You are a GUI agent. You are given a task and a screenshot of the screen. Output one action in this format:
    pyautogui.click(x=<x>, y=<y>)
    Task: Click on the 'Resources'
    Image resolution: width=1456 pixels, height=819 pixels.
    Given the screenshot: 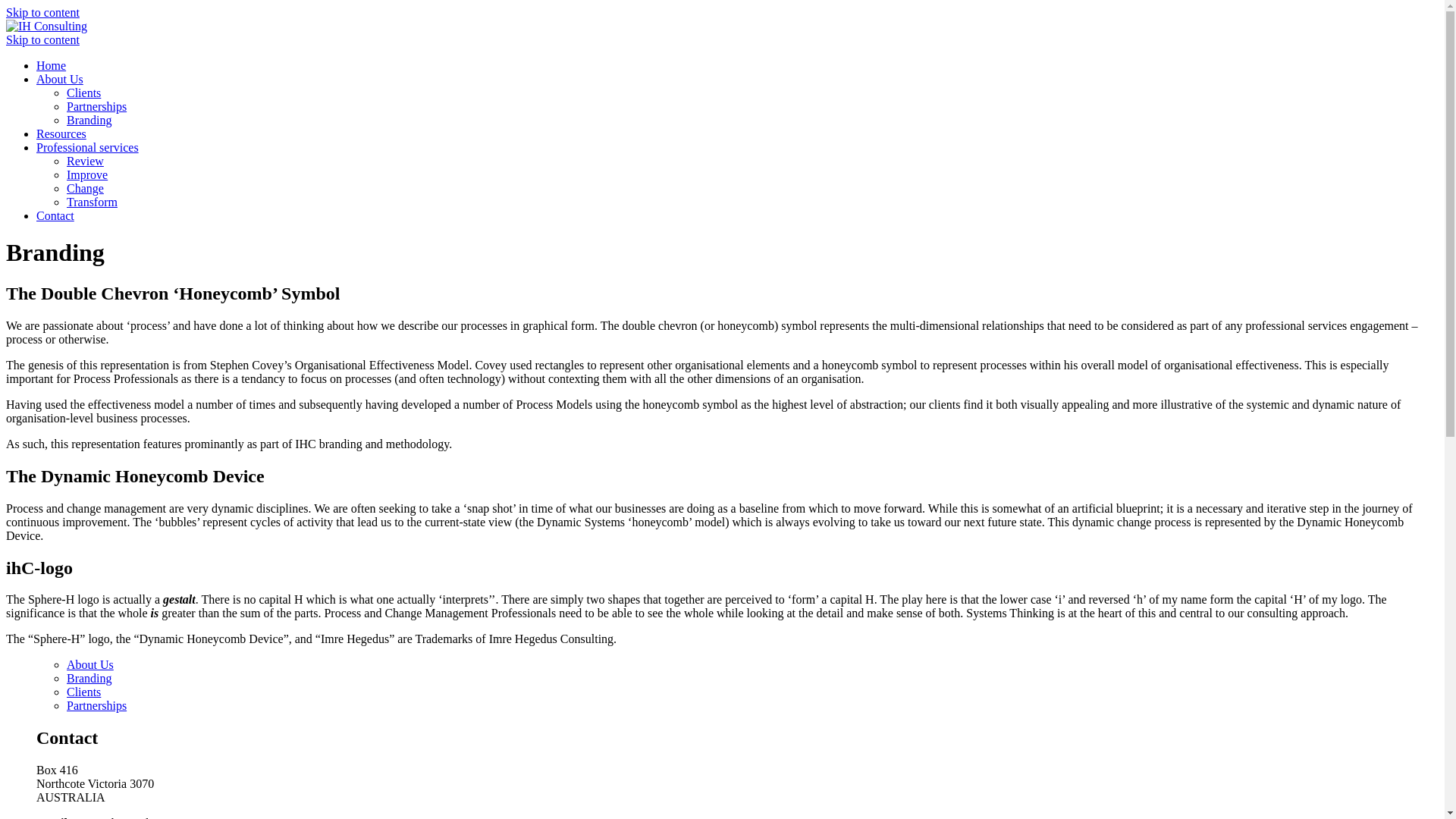 What is the action you would take?
    pyautogui.click(x=36, y=133)
    